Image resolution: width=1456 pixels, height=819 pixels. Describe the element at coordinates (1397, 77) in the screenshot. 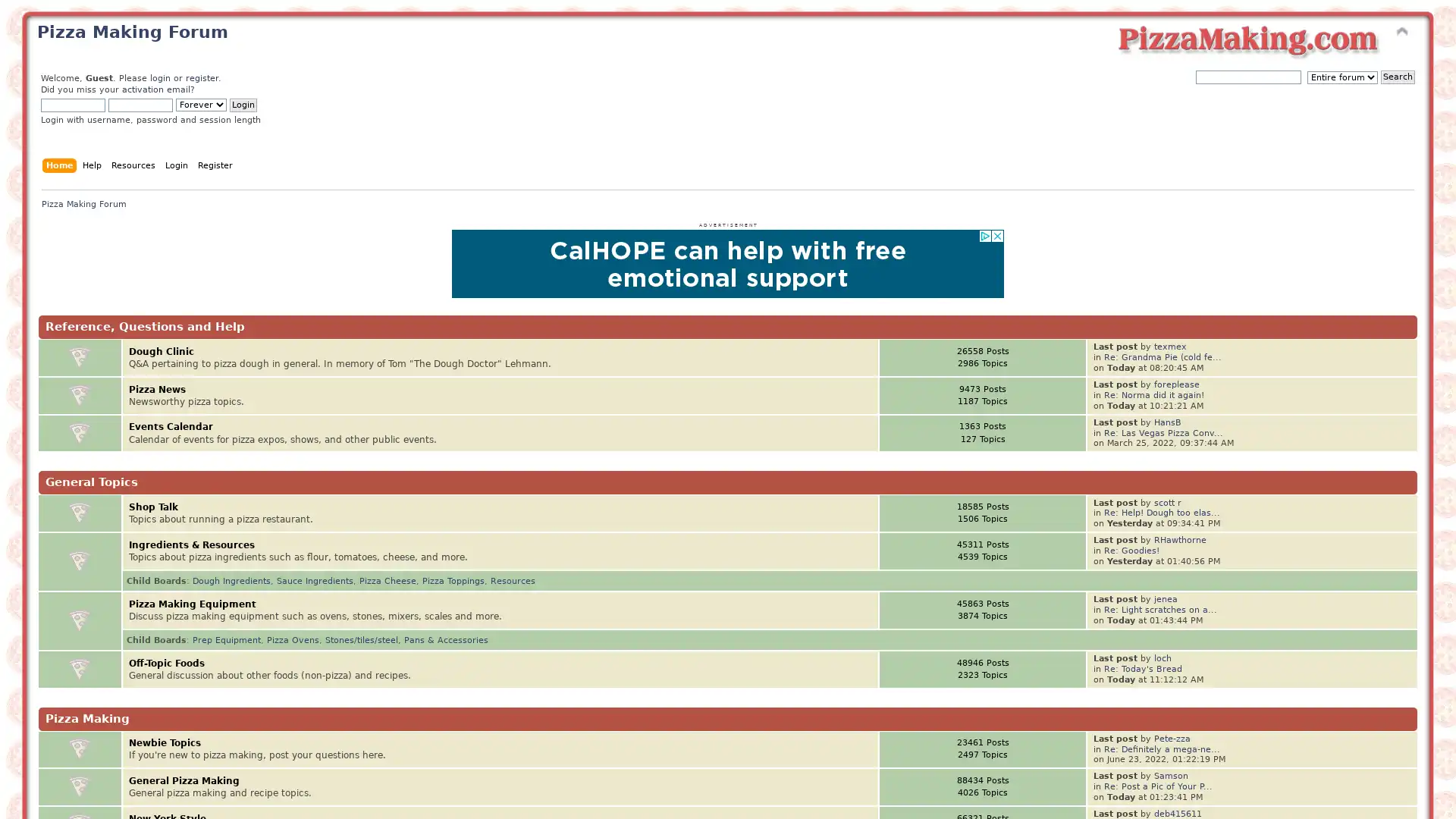

I see `Search` at that location.